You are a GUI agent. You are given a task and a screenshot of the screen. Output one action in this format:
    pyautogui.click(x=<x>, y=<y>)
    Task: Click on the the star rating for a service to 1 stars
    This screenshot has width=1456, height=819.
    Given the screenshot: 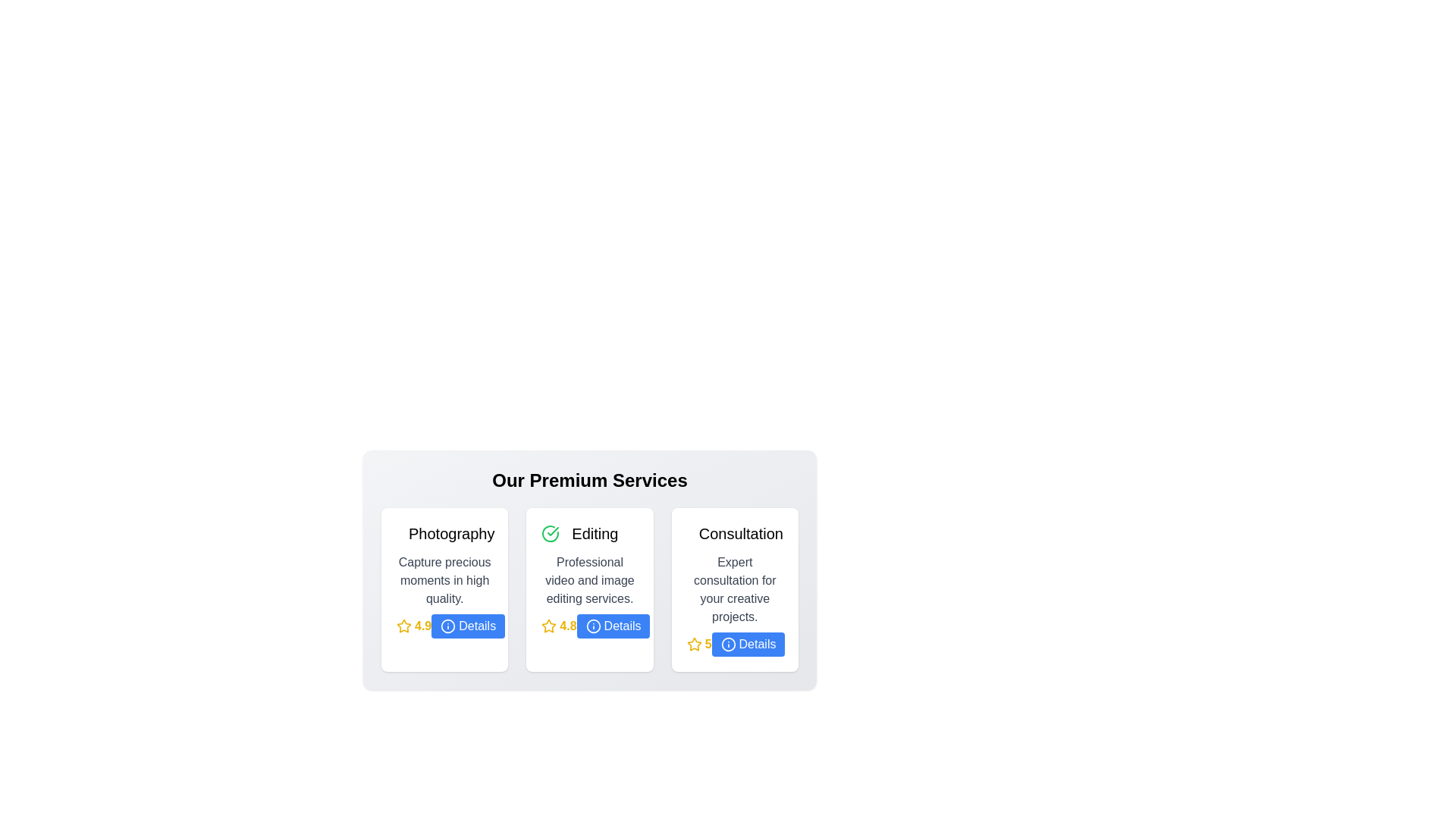 What is the action you would take?
    pyautogui.click(x=397, y=626)
    